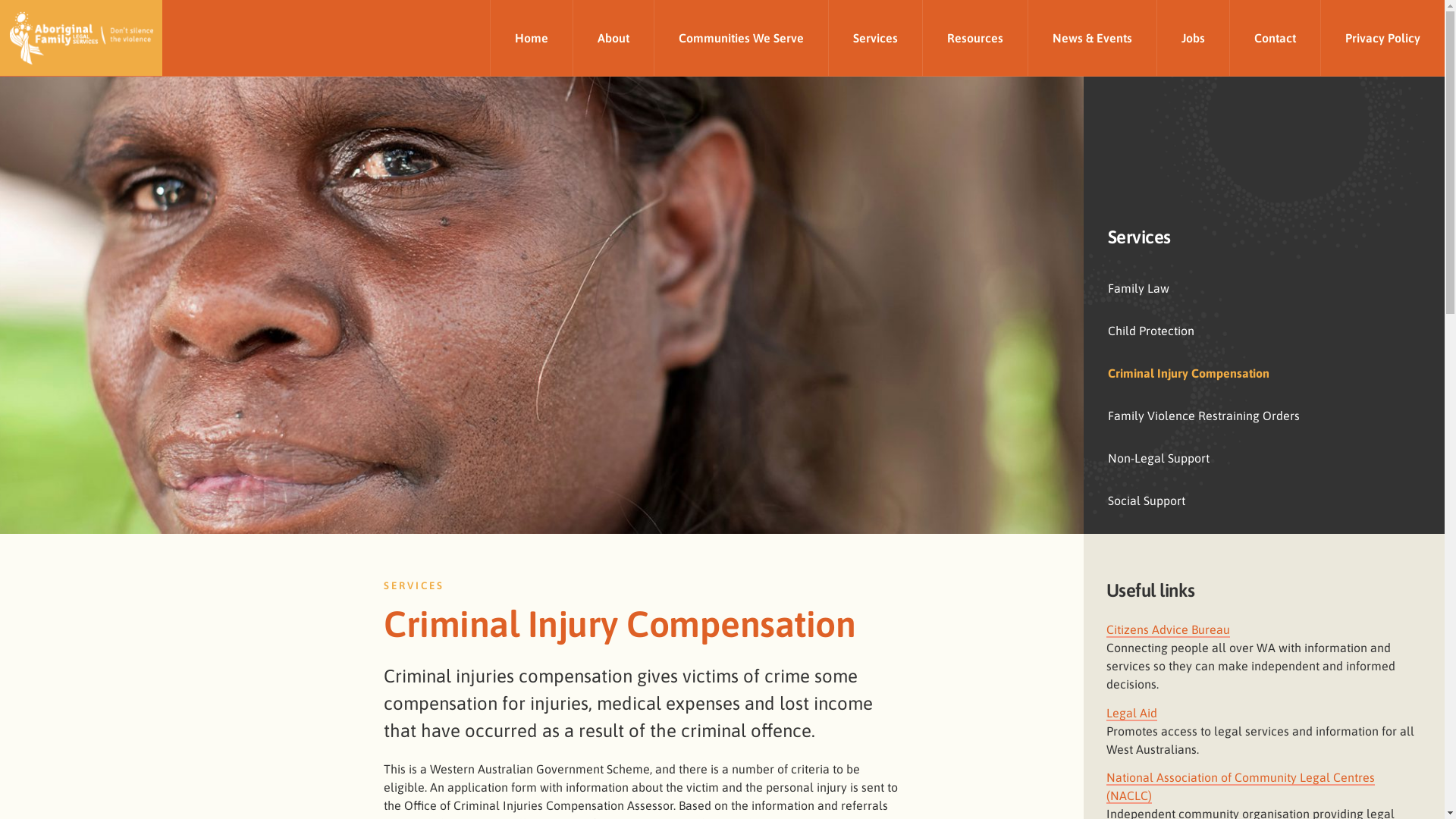  I want to click on 'Communities We Serve', so click(741, 37).